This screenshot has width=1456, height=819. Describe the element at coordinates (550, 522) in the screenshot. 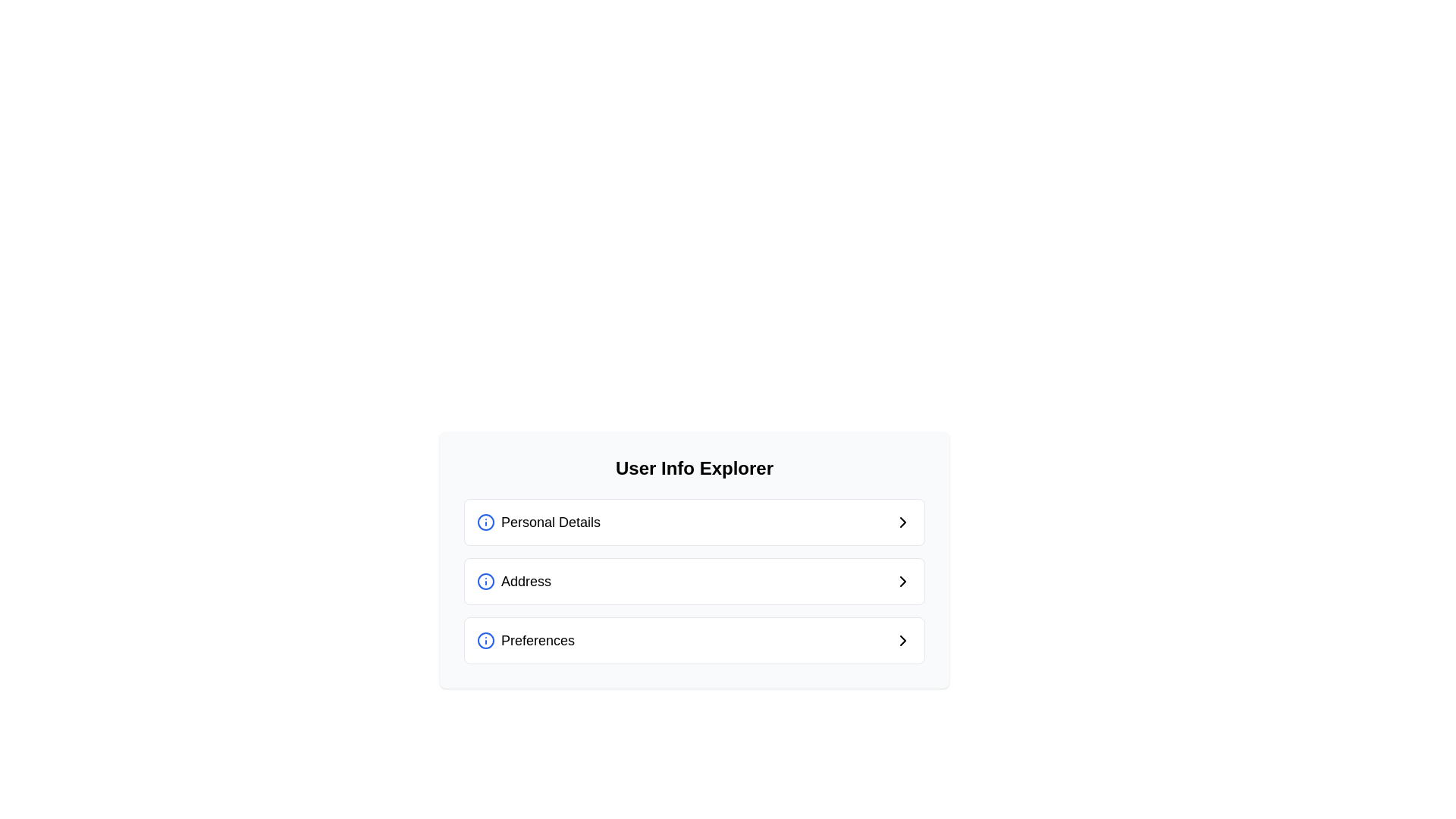

I see `the 'Personal Details' text label, which is the first entry in a vertical list, to associate it with user selection actions` at that location.